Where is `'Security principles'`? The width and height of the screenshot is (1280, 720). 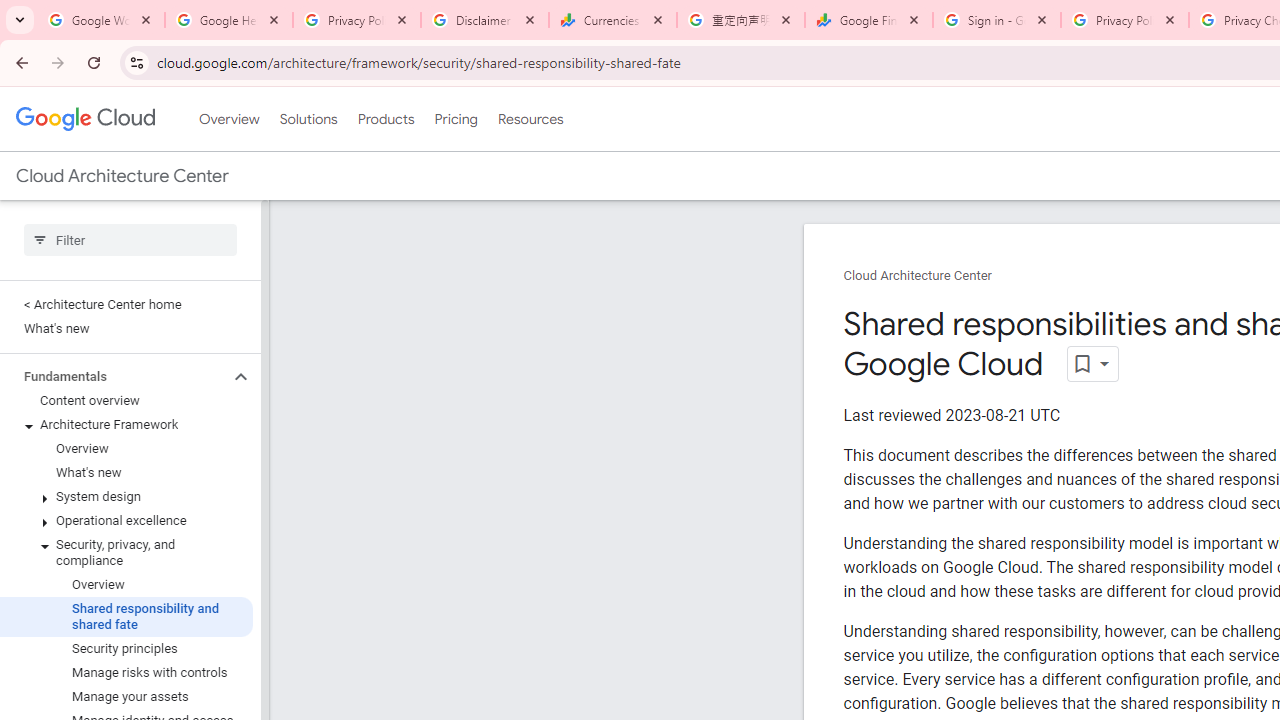 'Security principles' is located at coordinates (125, 649).